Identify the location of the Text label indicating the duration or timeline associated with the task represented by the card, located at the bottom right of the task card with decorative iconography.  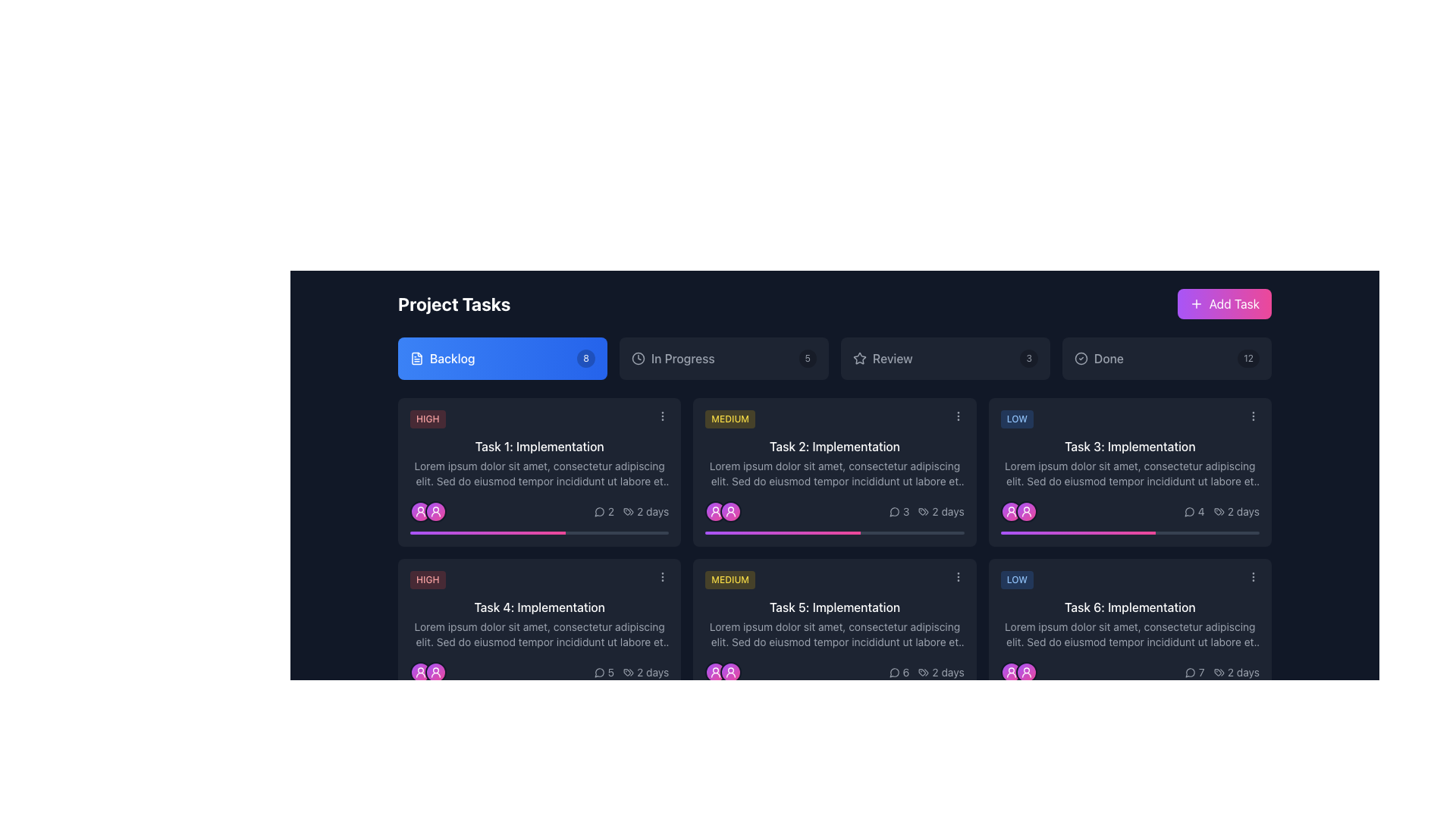
(1222, 672).